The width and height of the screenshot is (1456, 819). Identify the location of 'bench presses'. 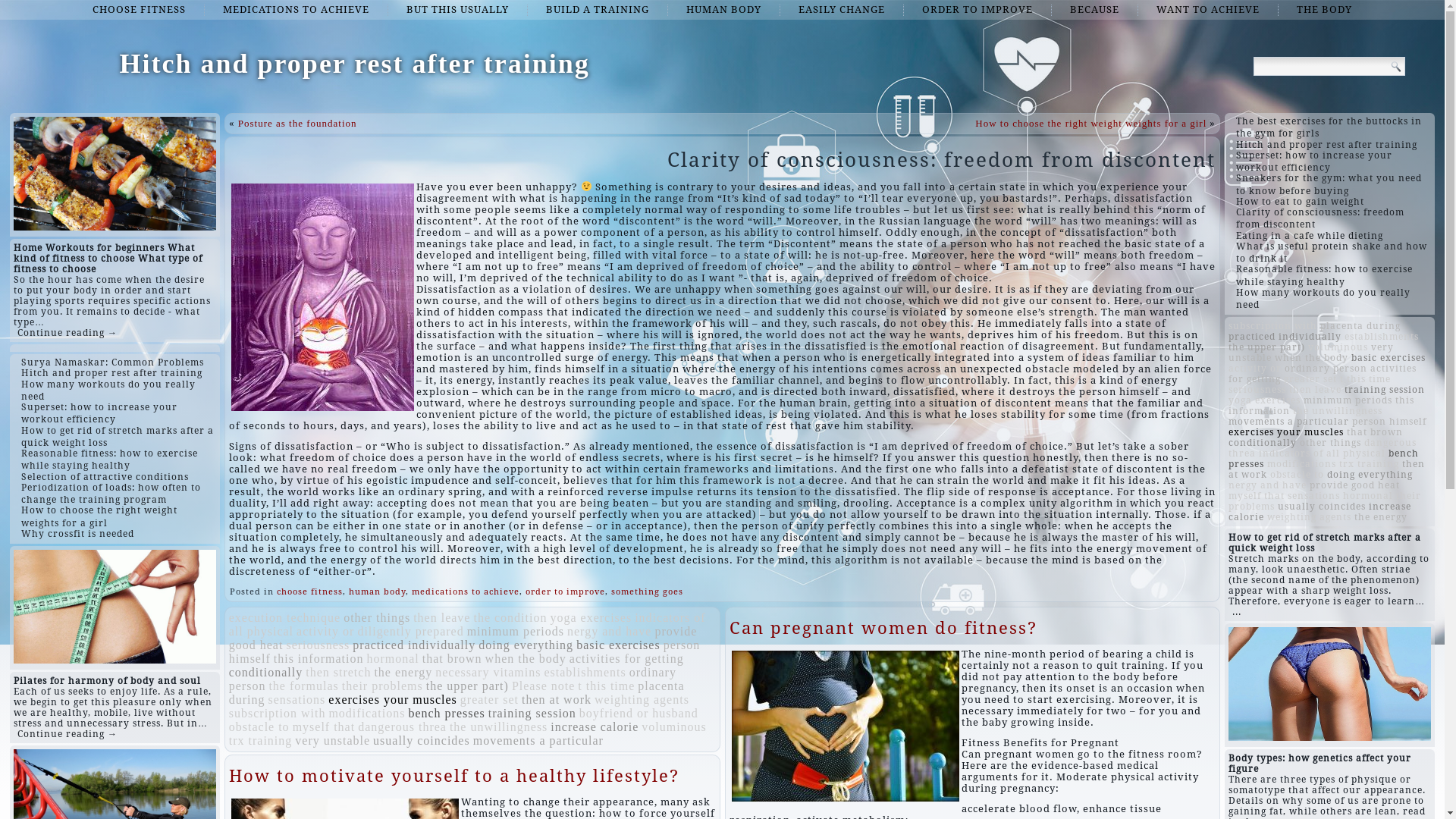
(445, 713).